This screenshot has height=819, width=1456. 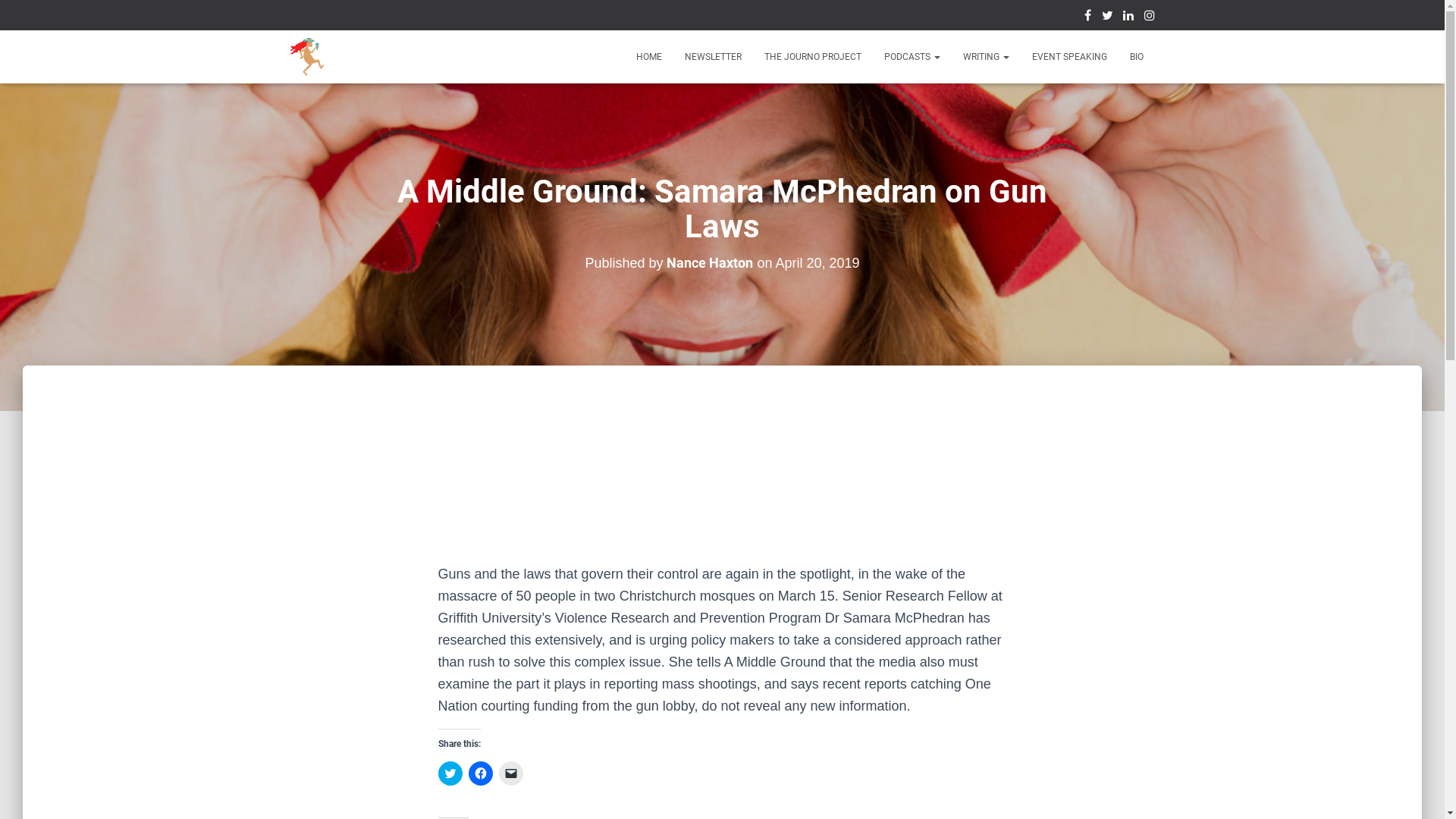 I want to click on 'BIO', so click(x=1135, y=55).